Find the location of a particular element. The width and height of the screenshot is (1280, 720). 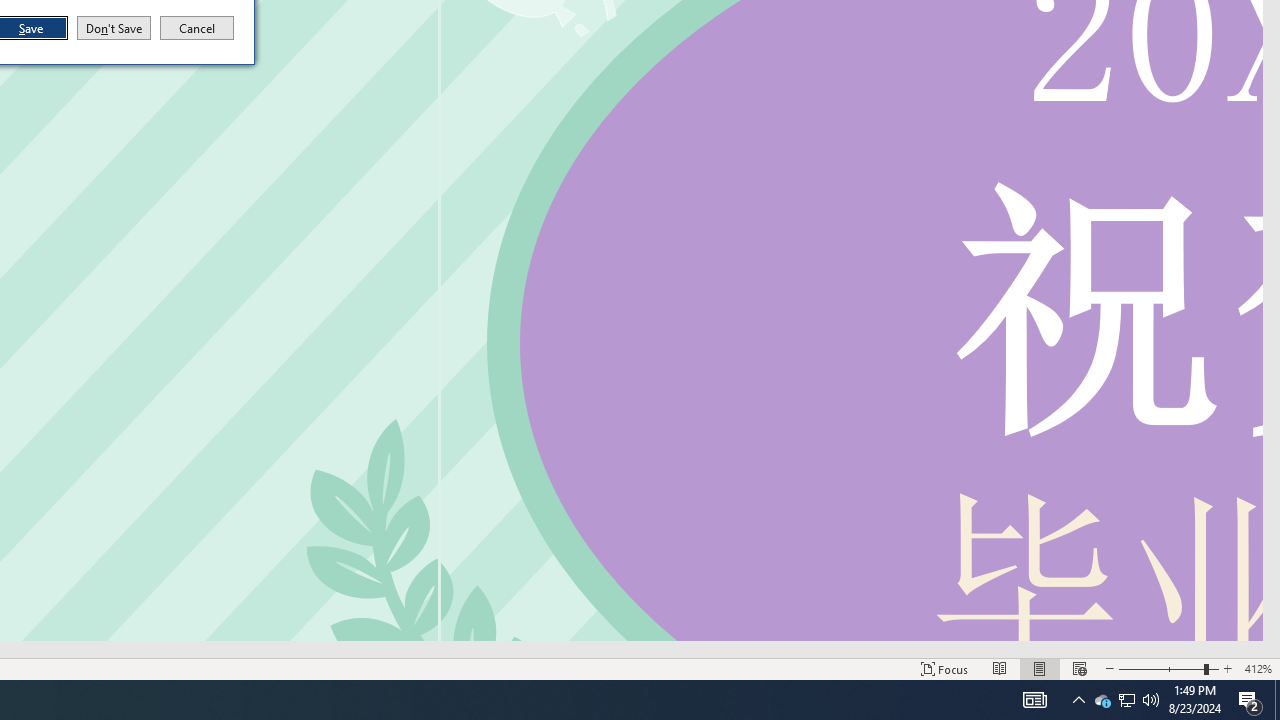

'AutomationID: 4105' is located at coordinates (1034, 698).